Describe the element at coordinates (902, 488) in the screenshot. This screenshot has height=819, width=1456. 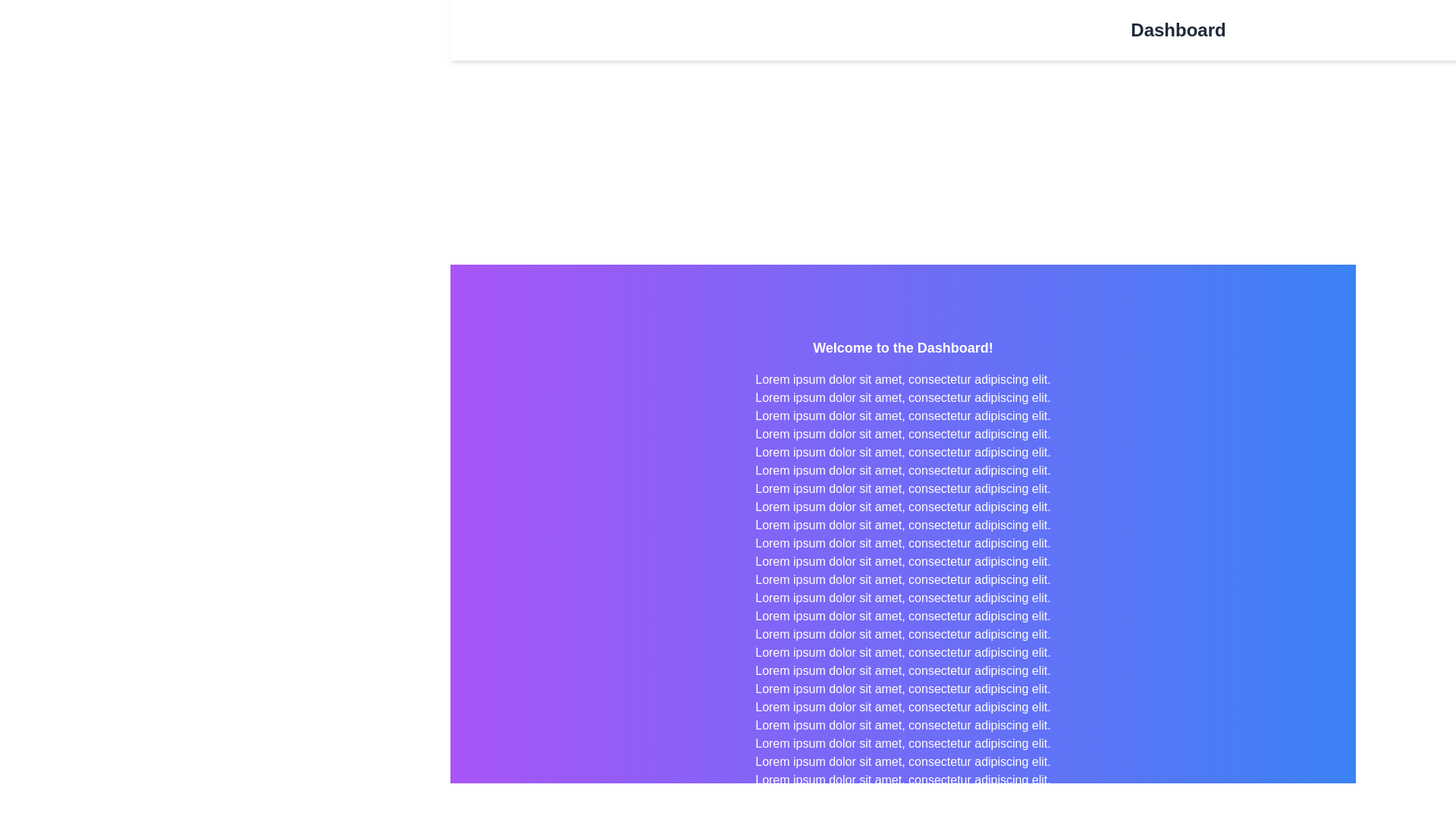
I see `the eighth text snippet in a vertically aligned list of similar text elements, which serves as a non-interactive visual component displaying placeholder or informational text` at that location.